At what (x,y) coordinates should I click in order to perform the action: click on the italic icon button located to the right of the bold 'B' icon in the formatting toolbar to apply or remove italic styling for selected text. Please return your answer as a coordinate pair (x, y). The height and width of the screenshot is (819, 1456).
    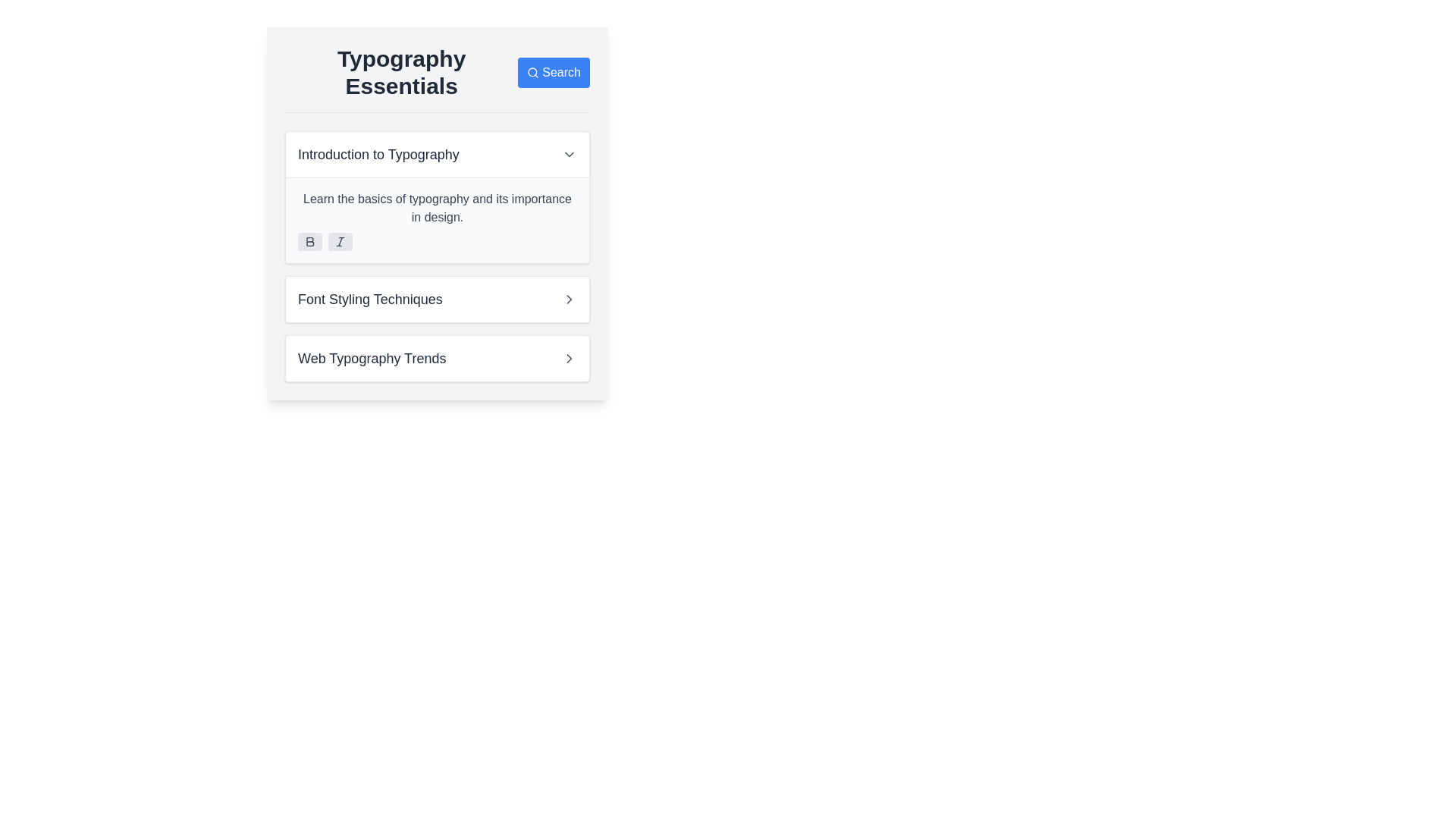
    Looking at the image, I should click on (340, 241).